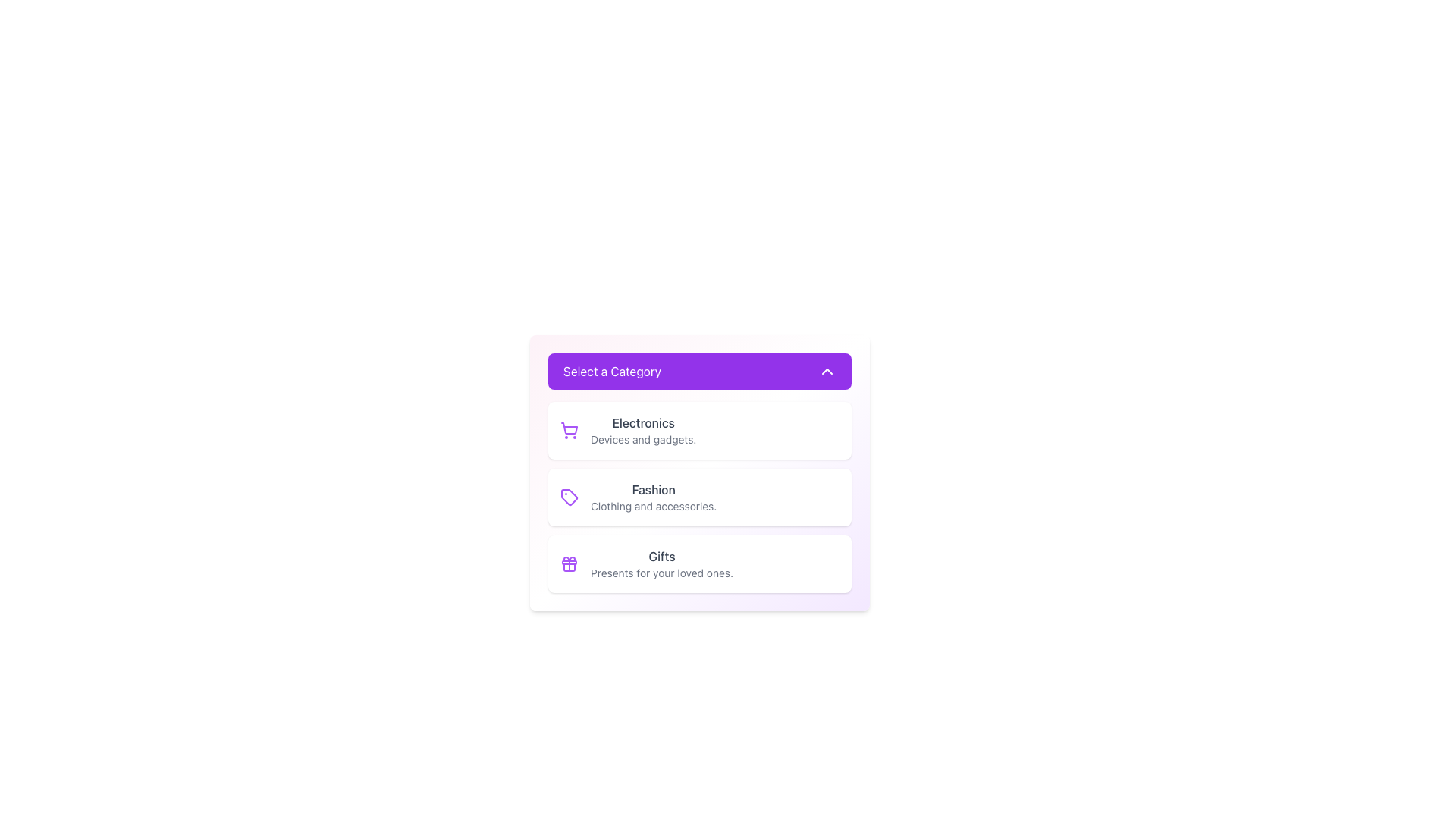 This screenshot has width=1456, height=819. Describe the element at coordinates (643, 430) in the screenshot. I see `'Electronics' label and its subtitle 'Devices and gadgets.' for content, located within the category options list` at that location.